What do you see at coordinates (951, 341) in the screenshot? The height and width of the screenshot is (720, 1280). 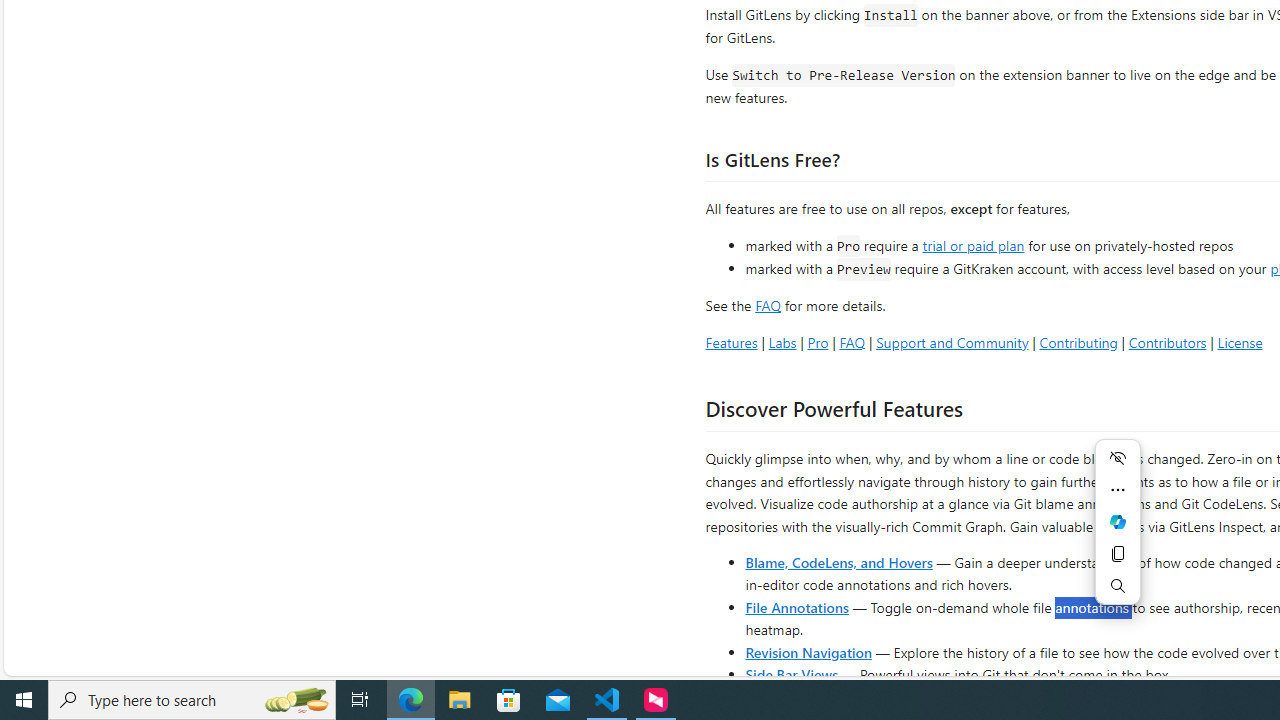 I see `'Support and Community'` at bounding box center [951, 341].